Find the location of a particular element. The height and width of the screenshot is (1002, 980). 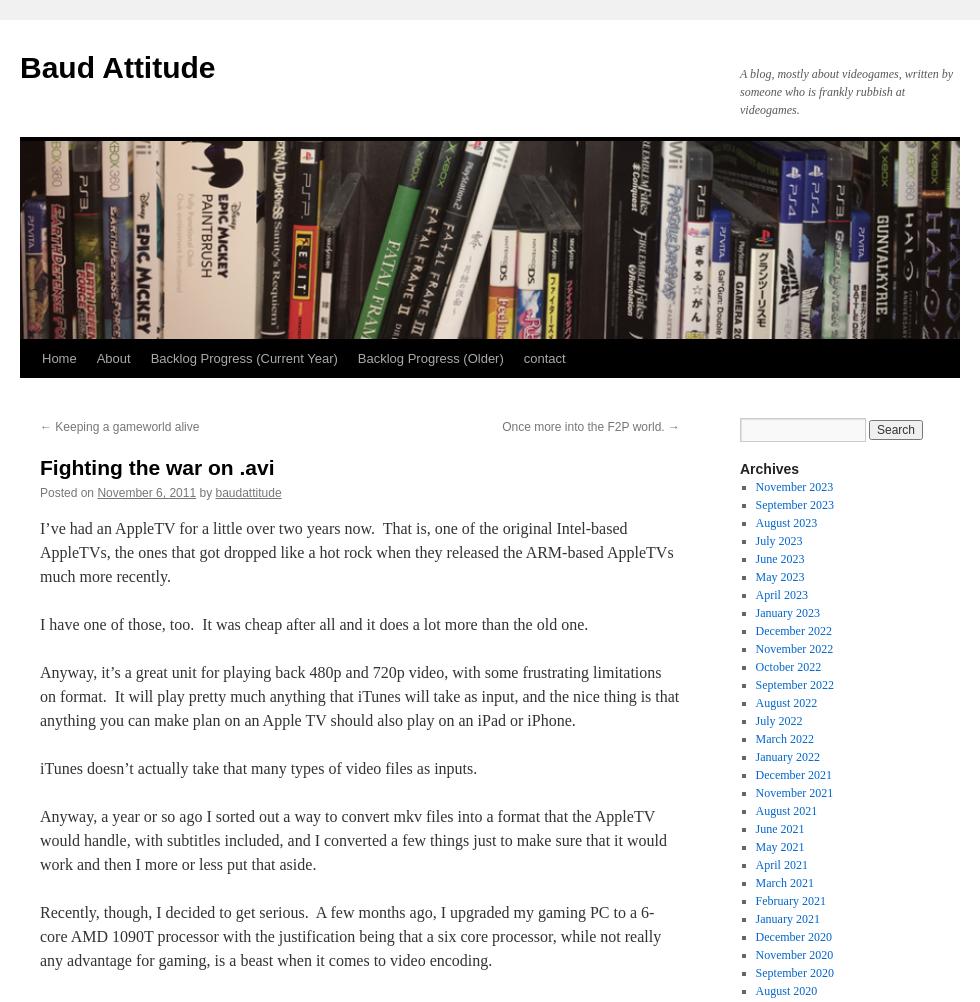

'Anyway, it’s a great unit for playing back 480p and 720p video, with some frustrating limitations on format.  It will play pretty much anything that iTunes will take as input, and the nice thing is that anything you can make plan on an Apple TV should also play on an iPad or iPhone.' is located at coordinates (359, 696).